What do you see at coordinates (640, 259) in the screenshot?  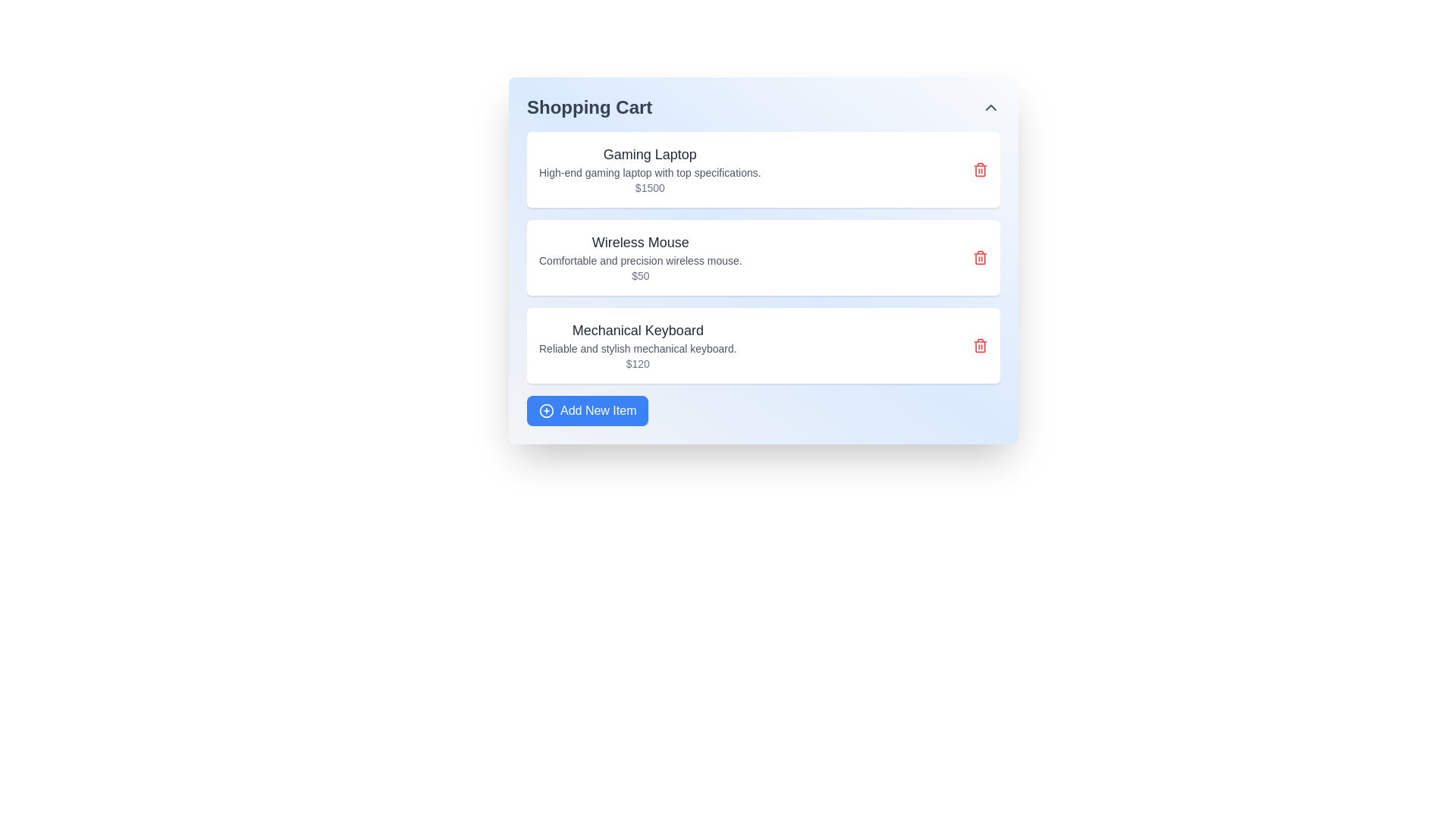 I see `product description text located beneath the 'Wireless Mouse' title and above the '$50' price within the product card` at bounding box center [640, 259].